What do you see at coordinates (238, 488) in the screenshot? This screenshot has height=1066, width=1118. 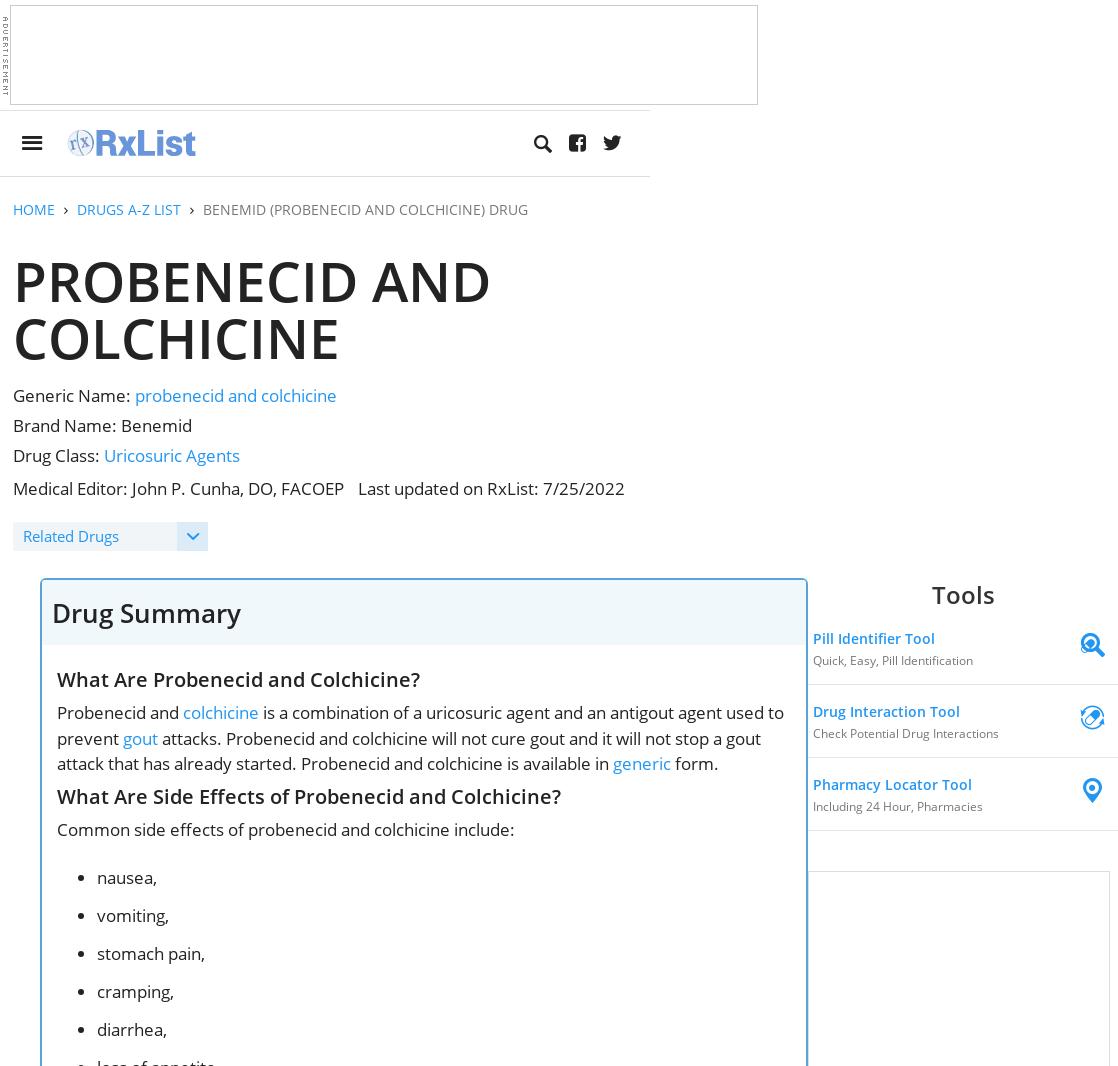 I see `'John P. Cunha, DO, FACOEP'` at bounding box center [238, 488].